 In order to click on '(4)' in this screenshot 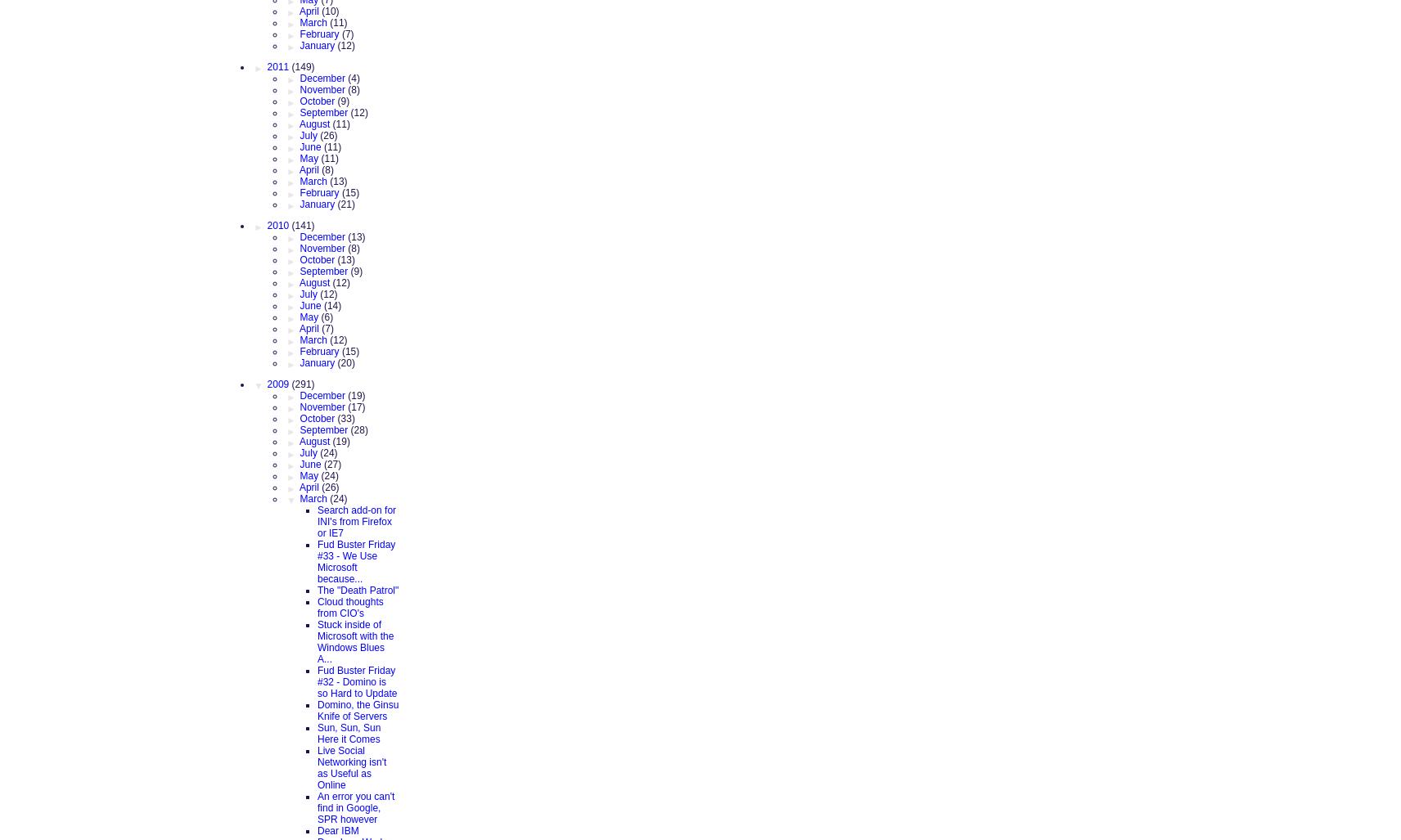, I will do `click(347, 76)`.